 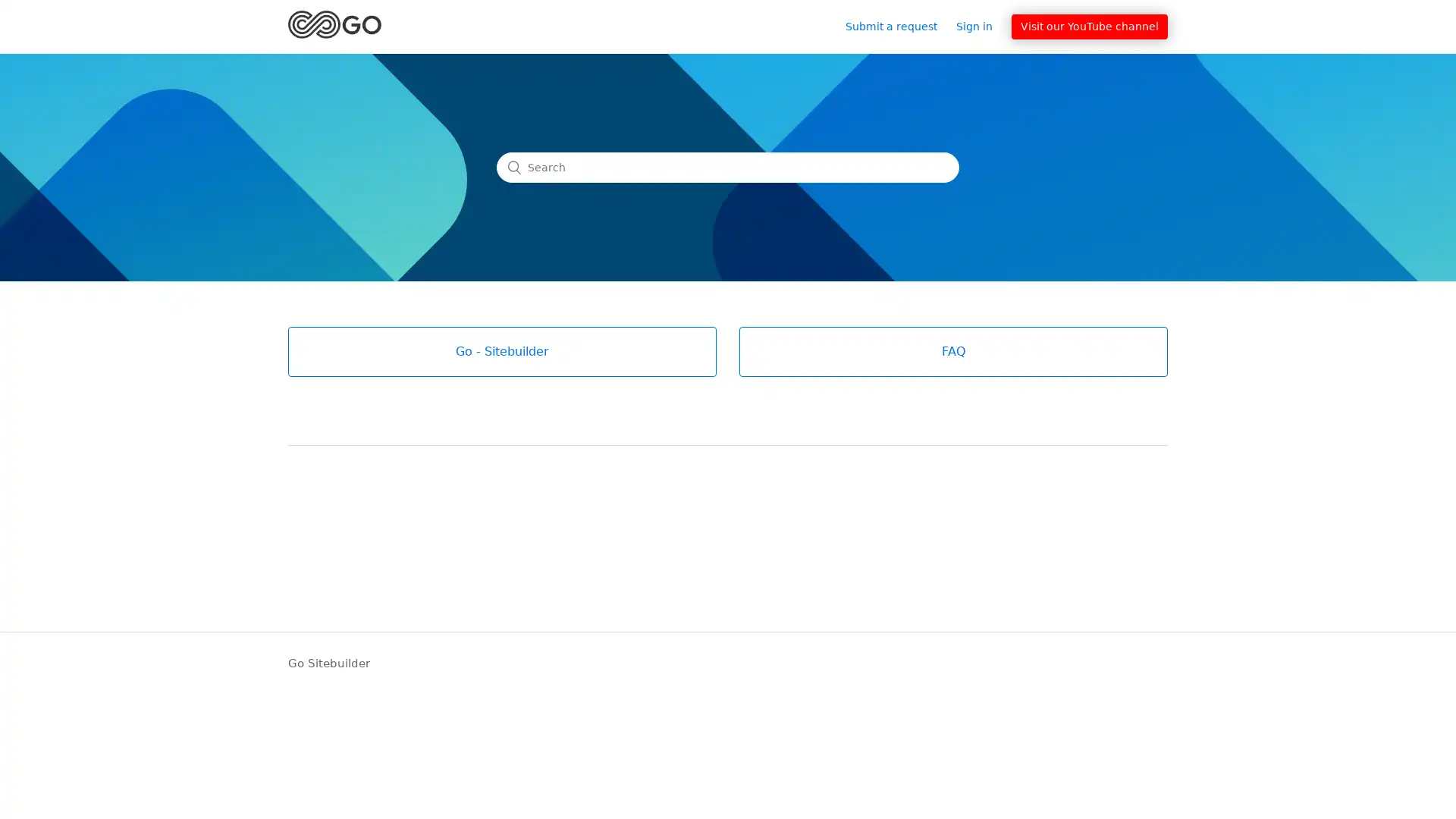 I want to click on Sign in, so click(x=982, y=26).